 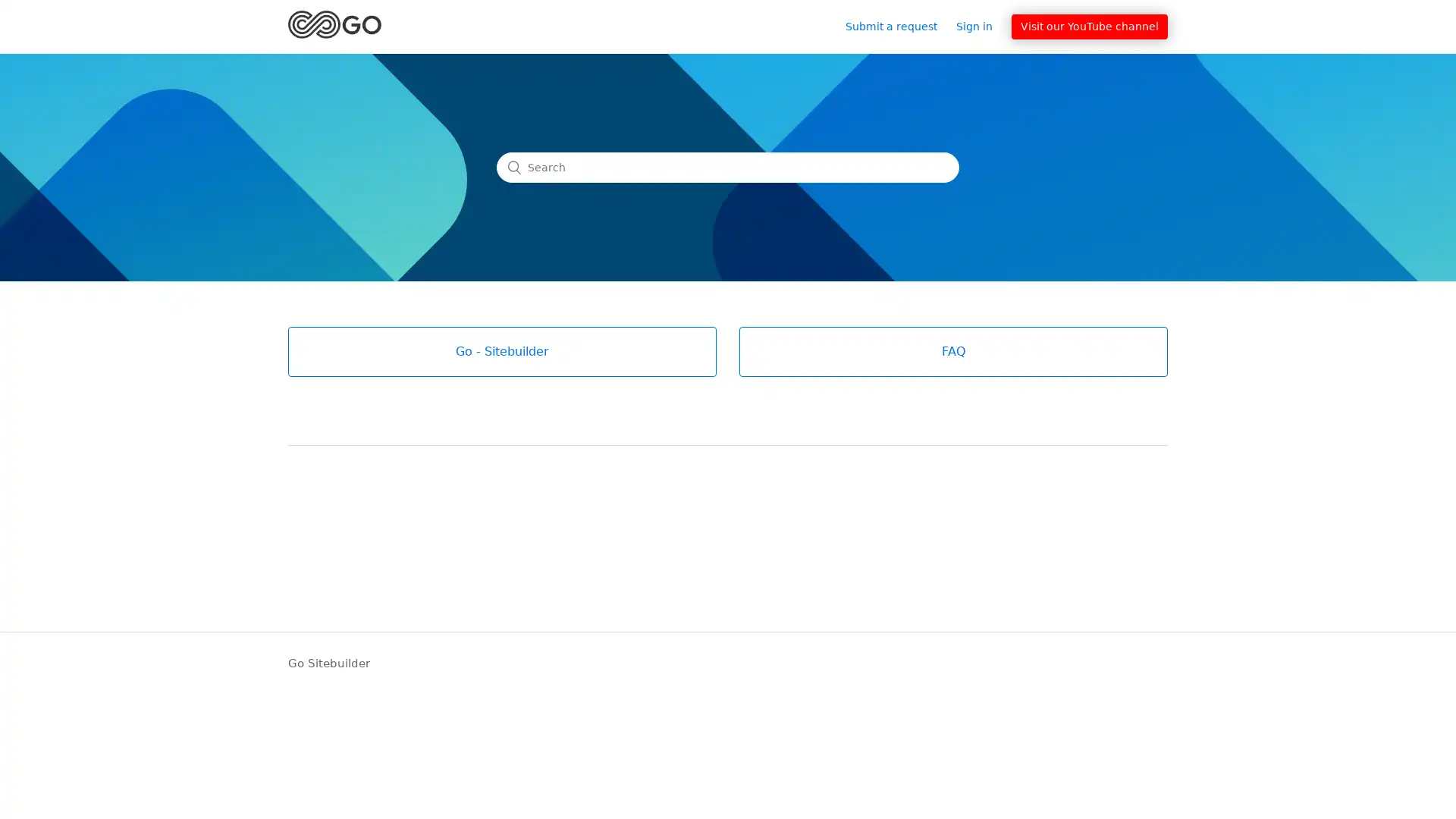 I want to click on Sign in, so click(x=982, y=26).